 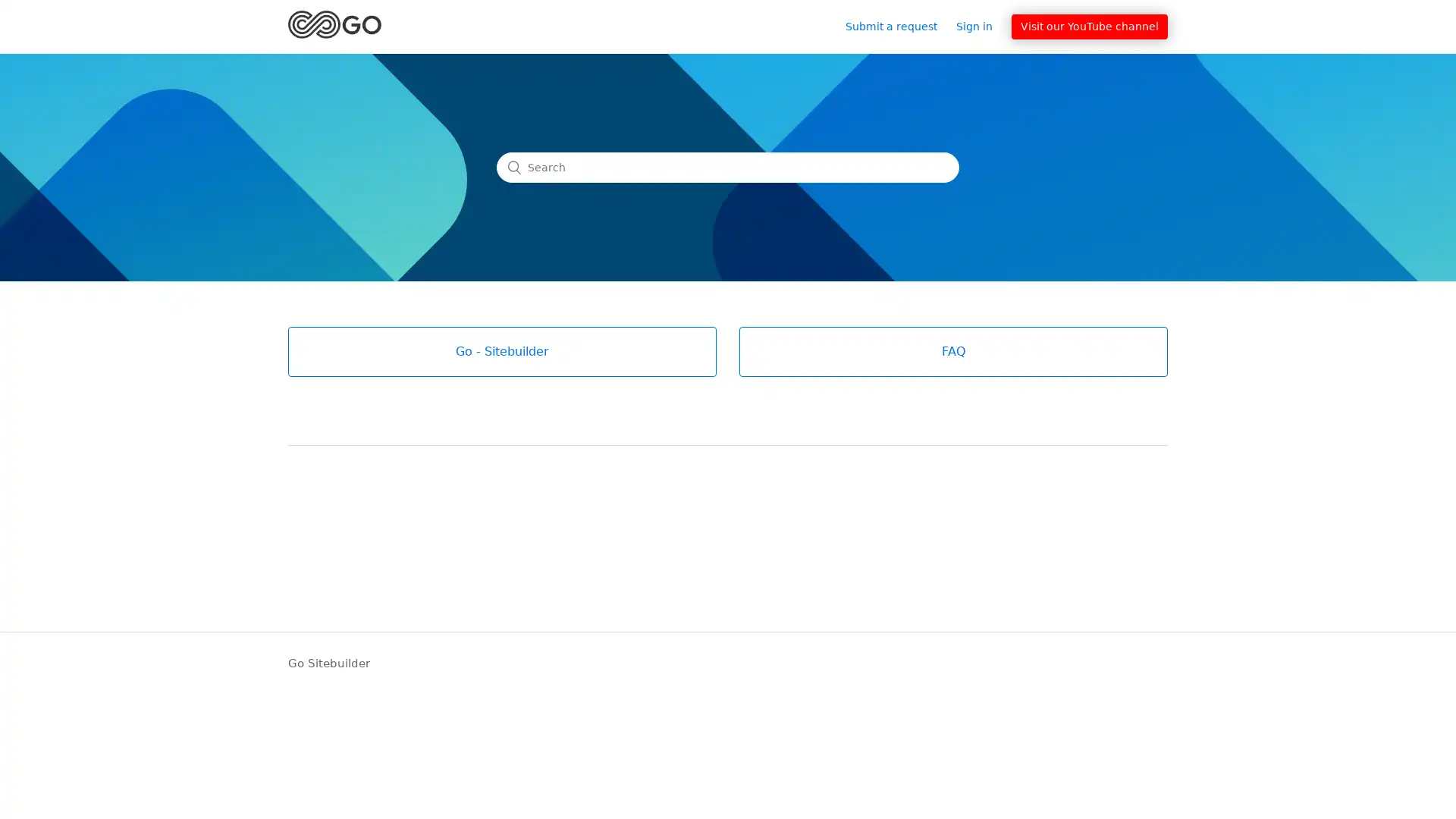 I want to click on Sign in, so click(x=982, y=26).